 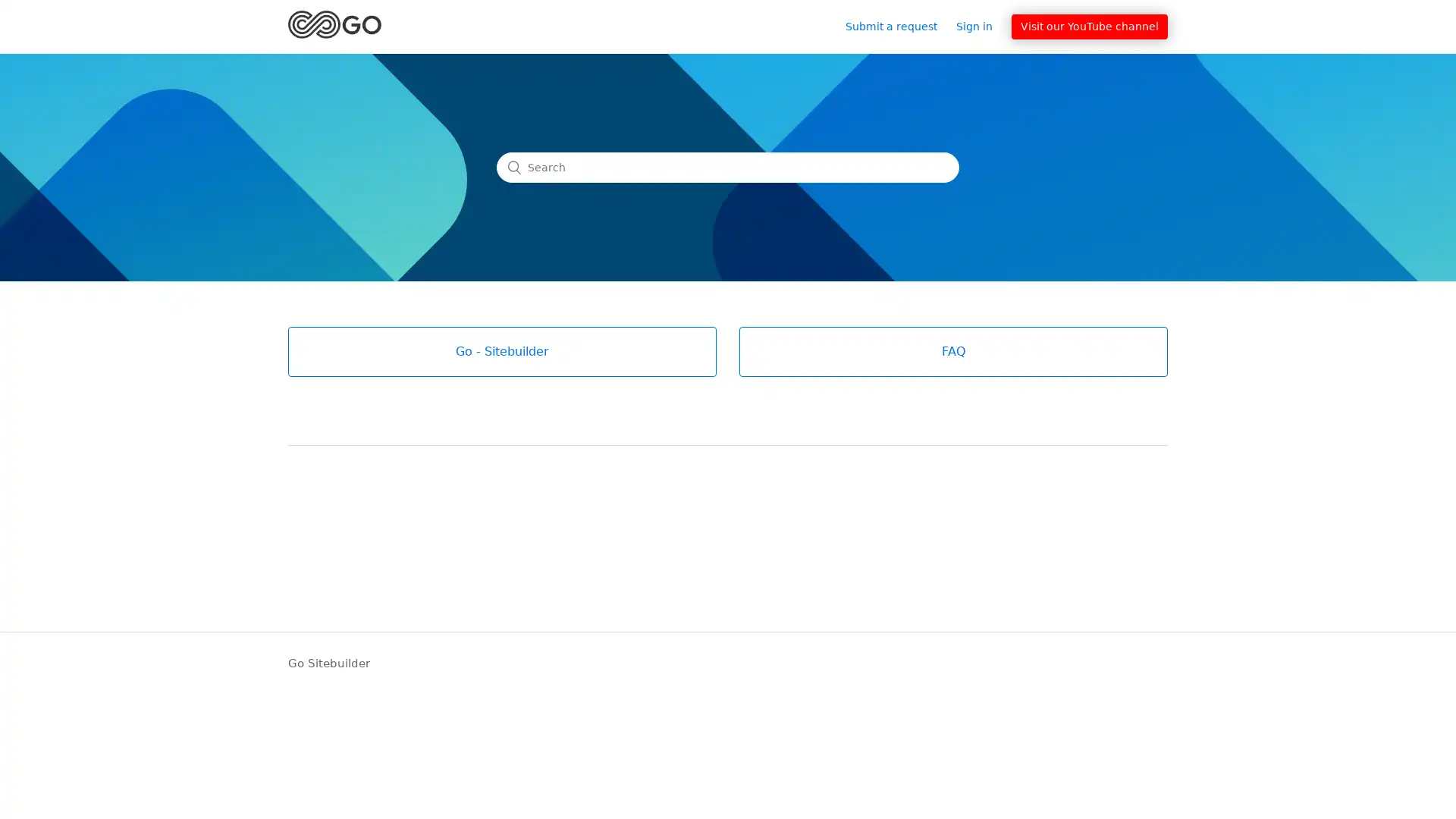 I want to click on Sign in, so click(x=982, y=26).